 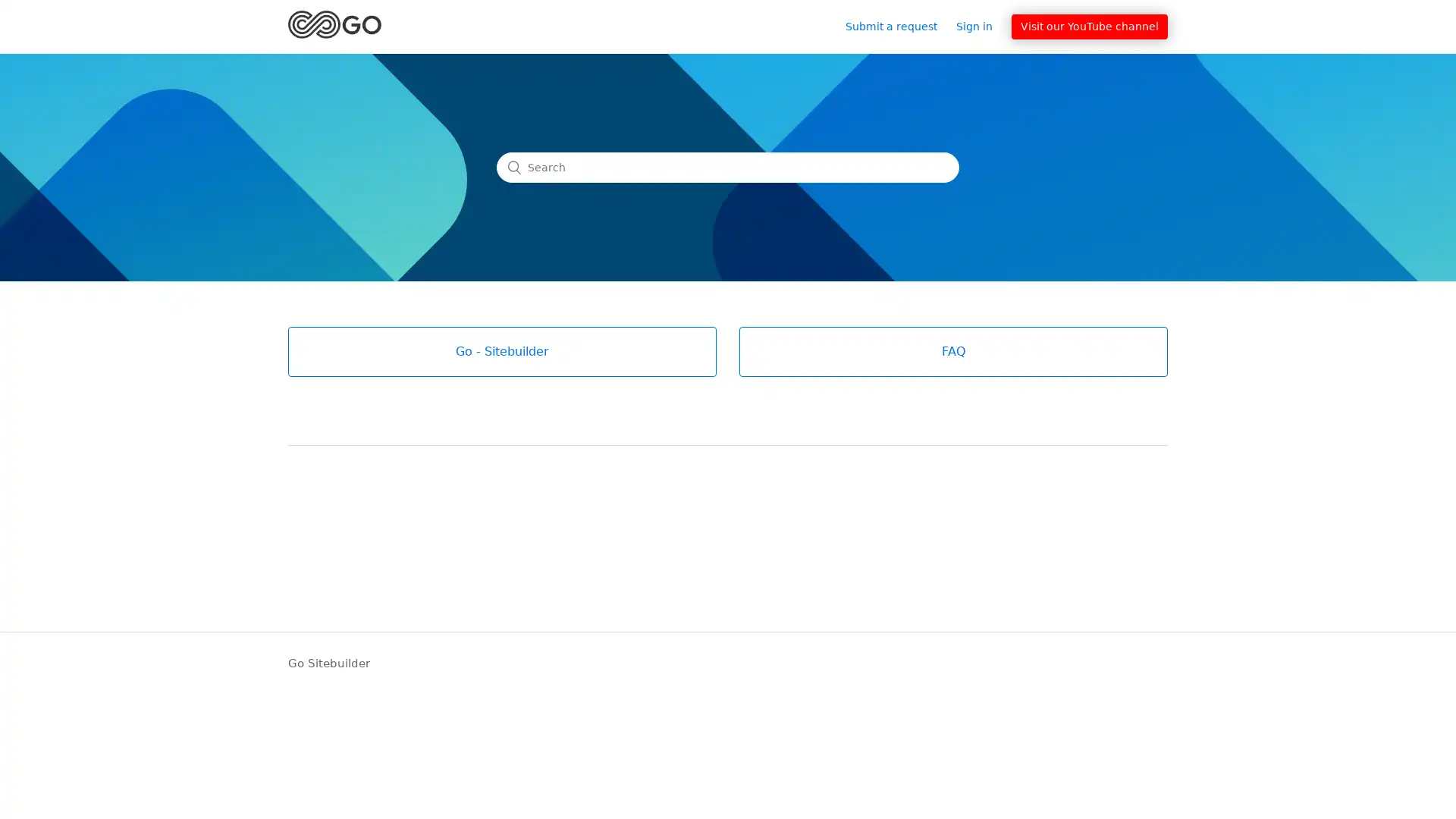 I want to click on Sign in, so click(x=982, y=26).